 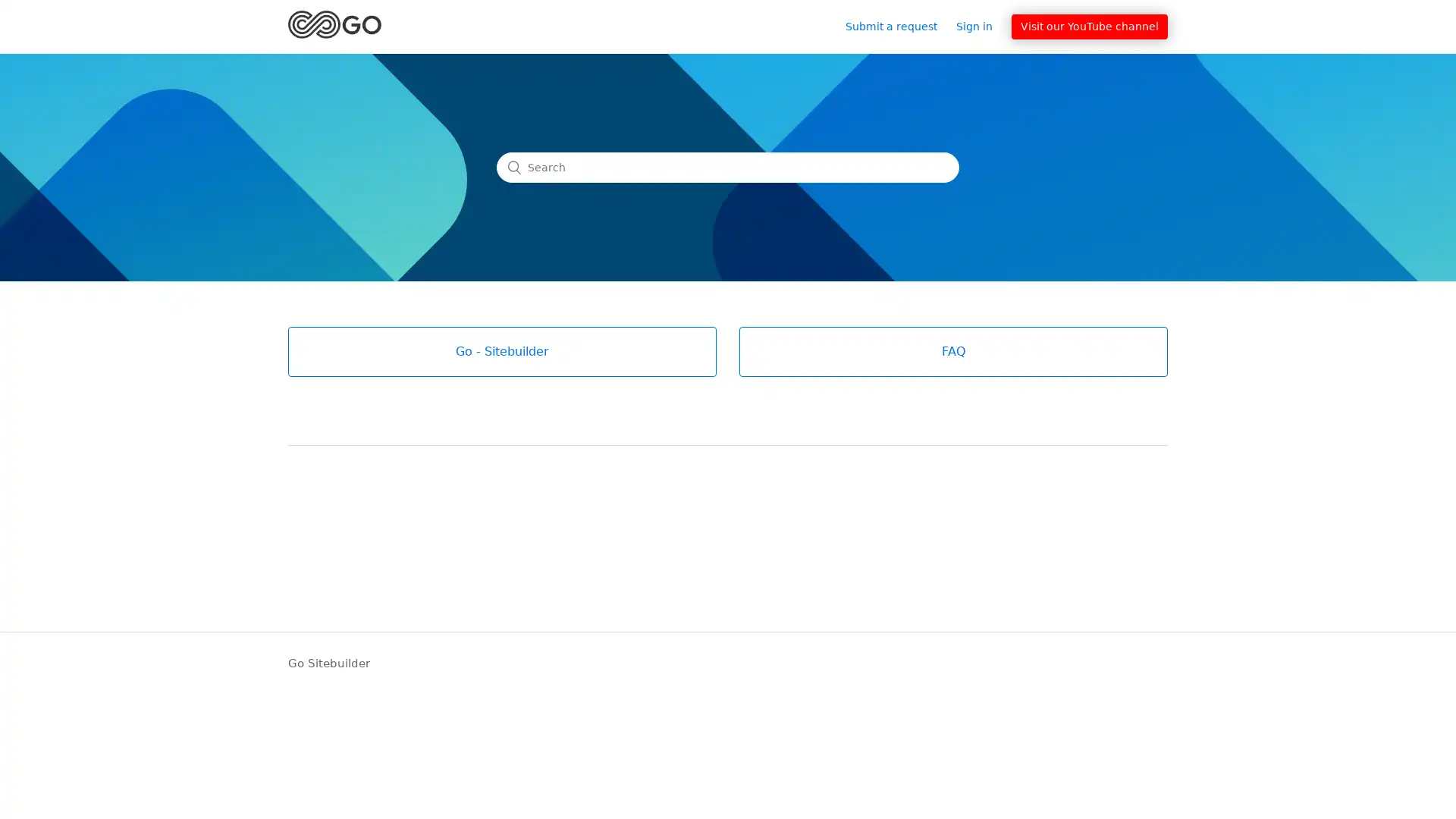 I want to click on Sign in, so click(x=982, y=26).